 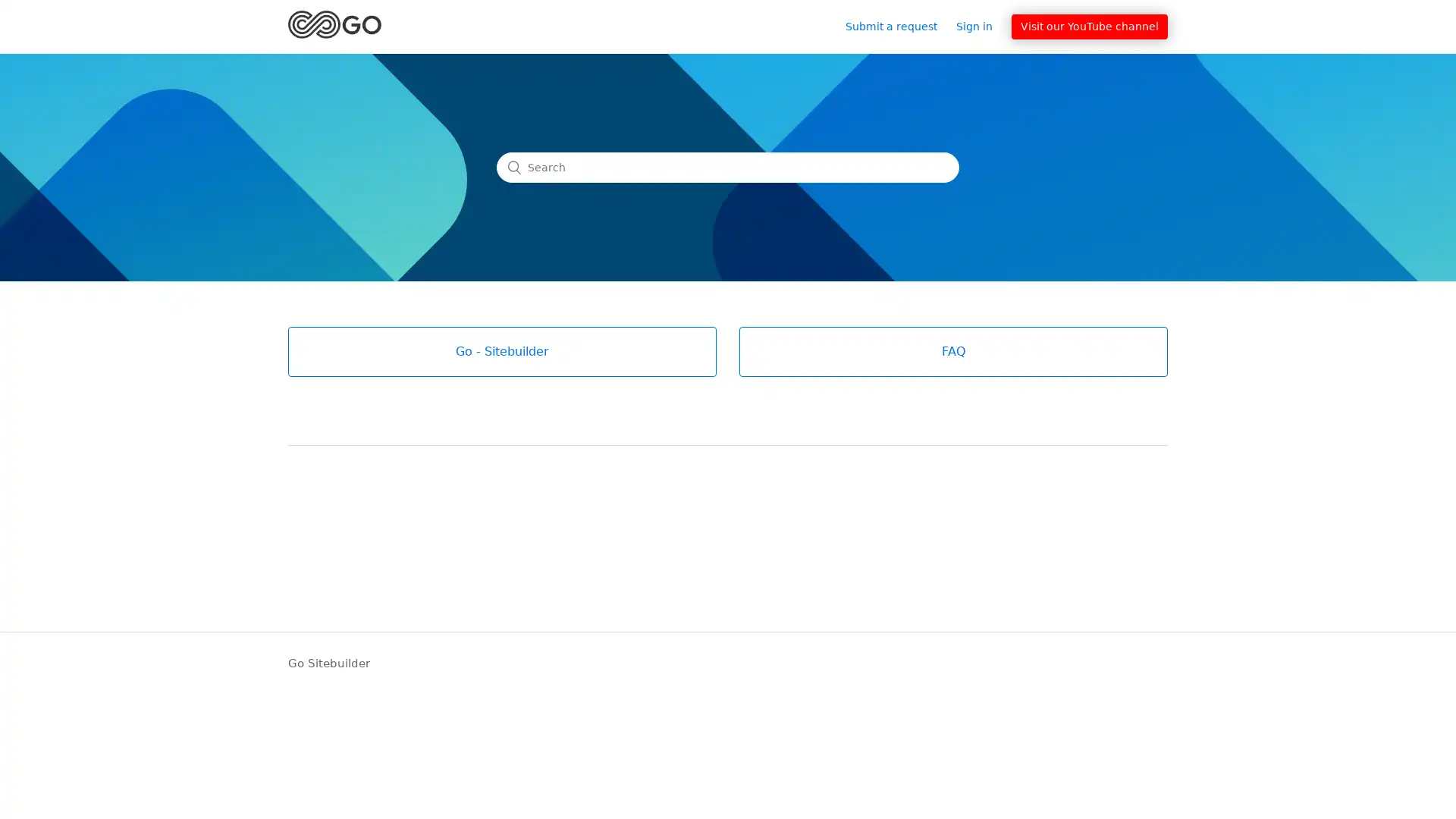 I want to click on Sign in, so click(x=982, y=26).